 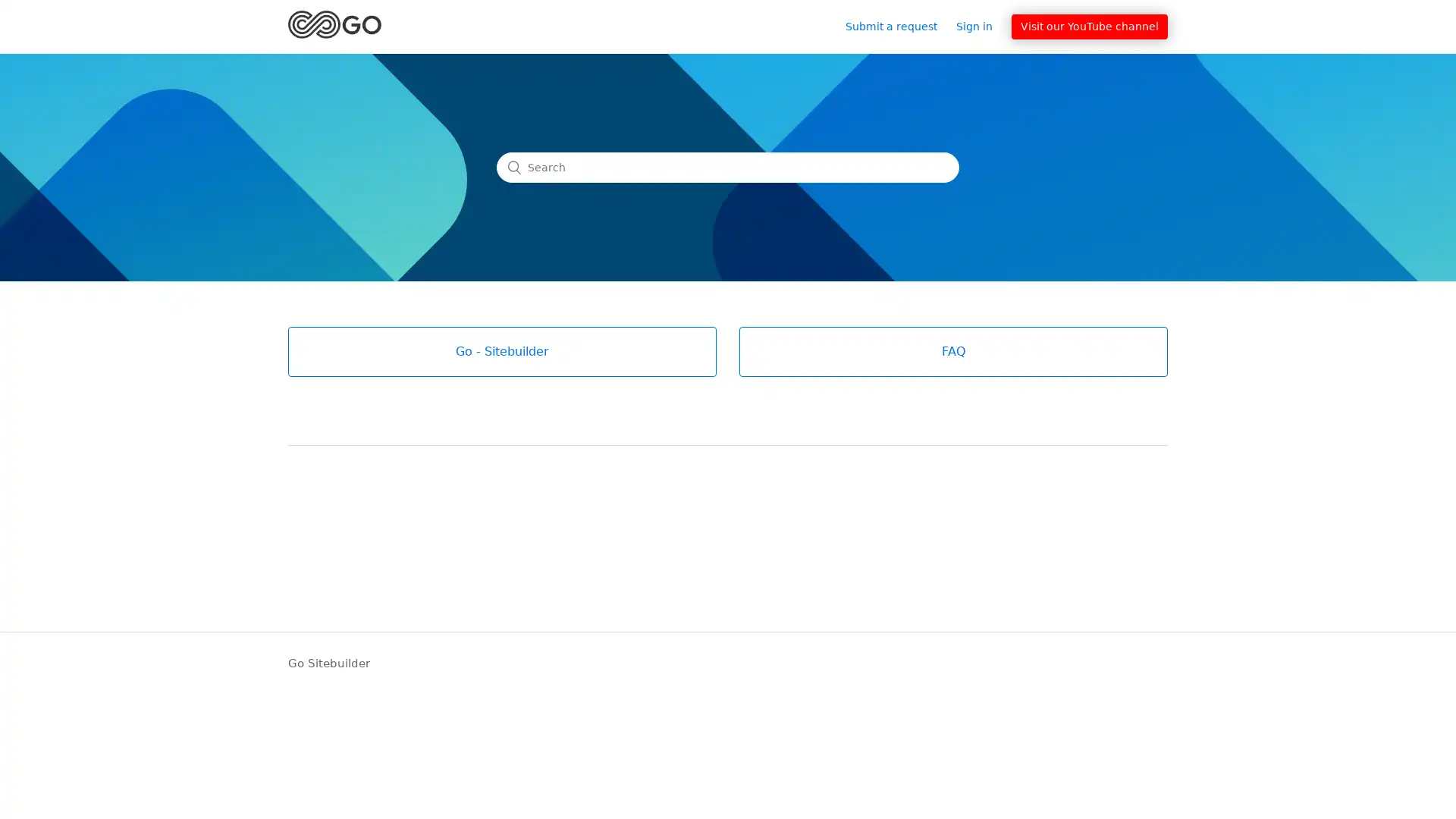 I want to click on Sign in, so click(x=982, y=26).